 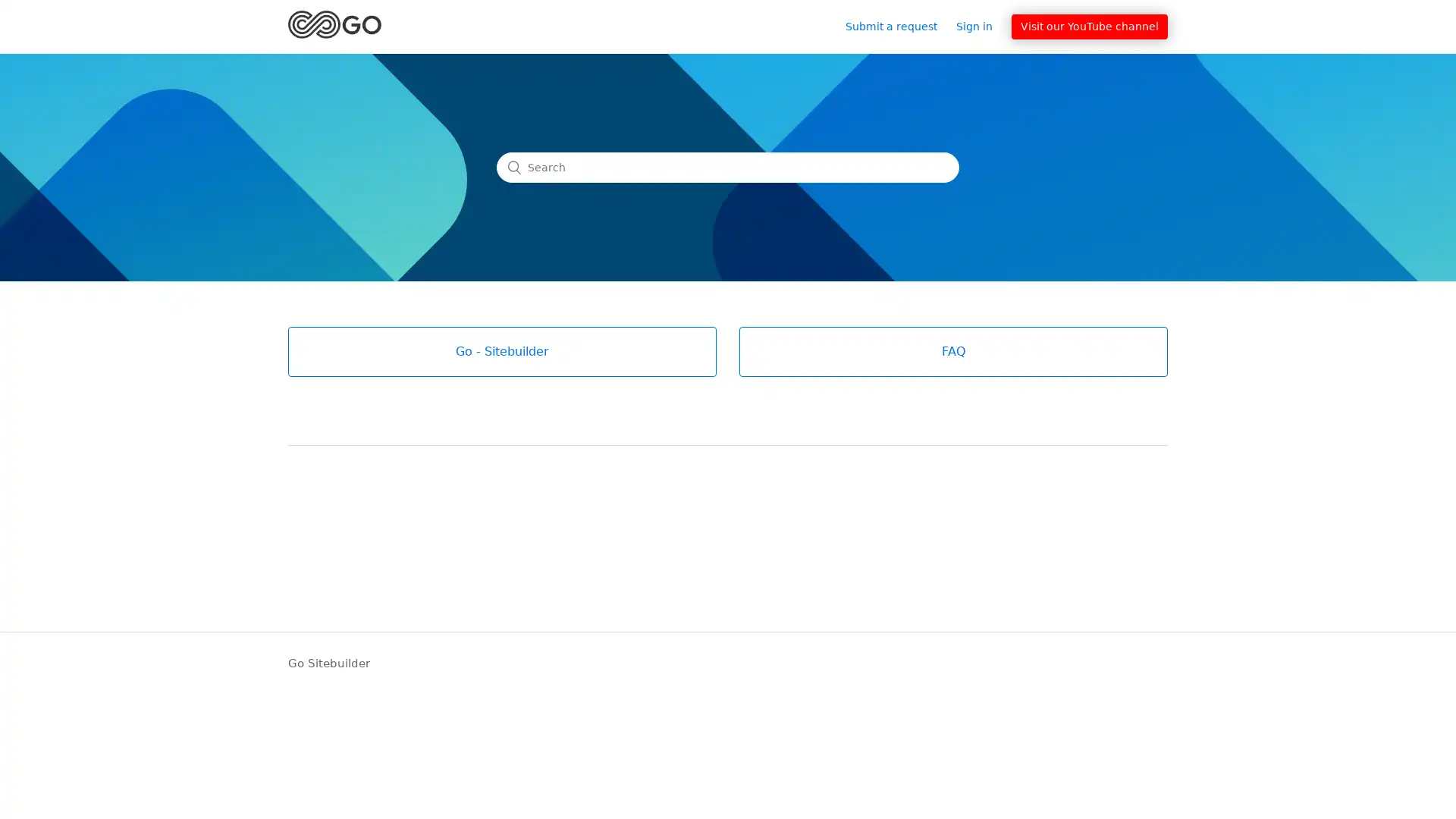 I want to click on Sign in, so click(x=982, y=26).